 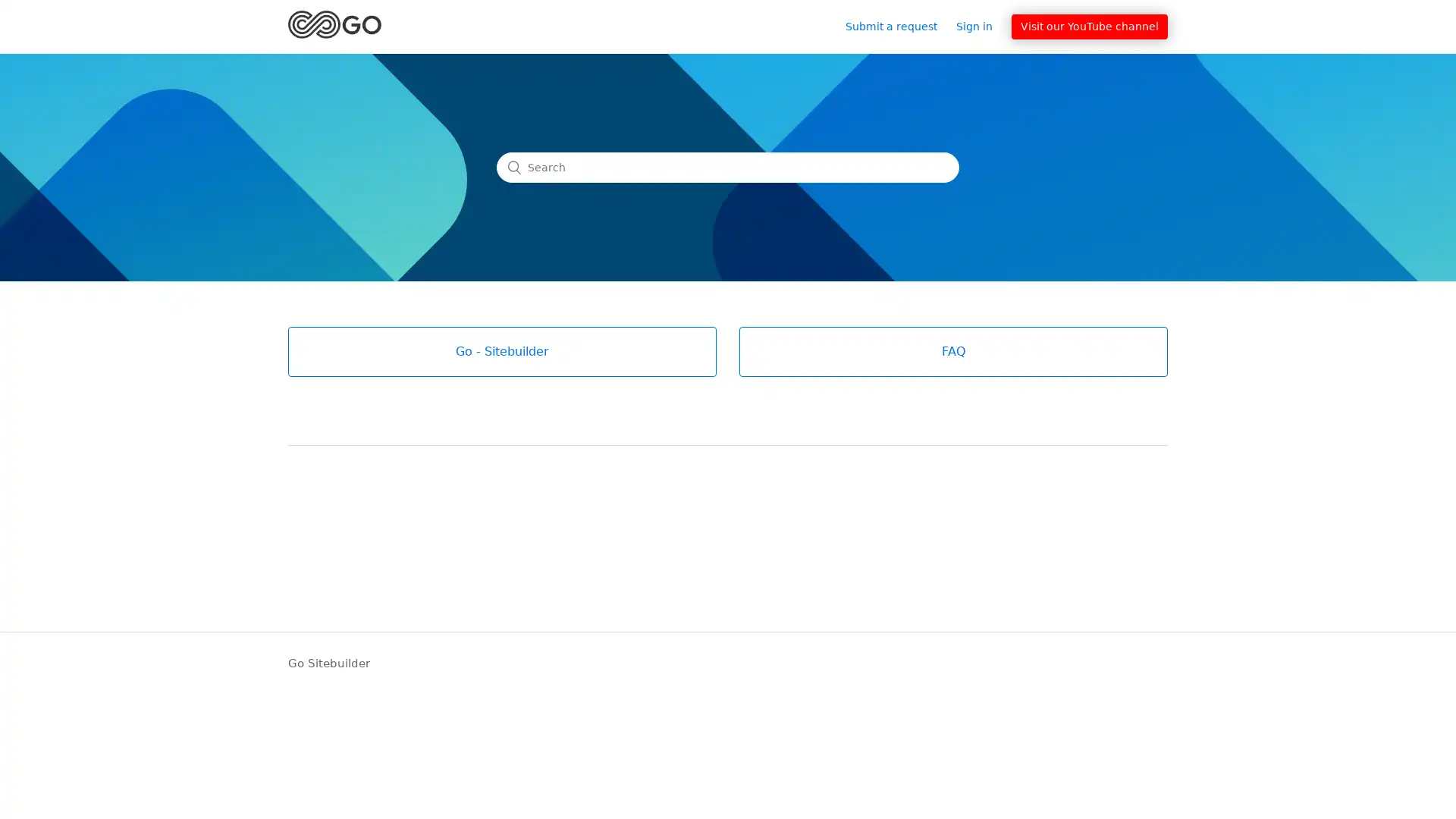 I want to click on Sign in, so click(x=982, y=26).